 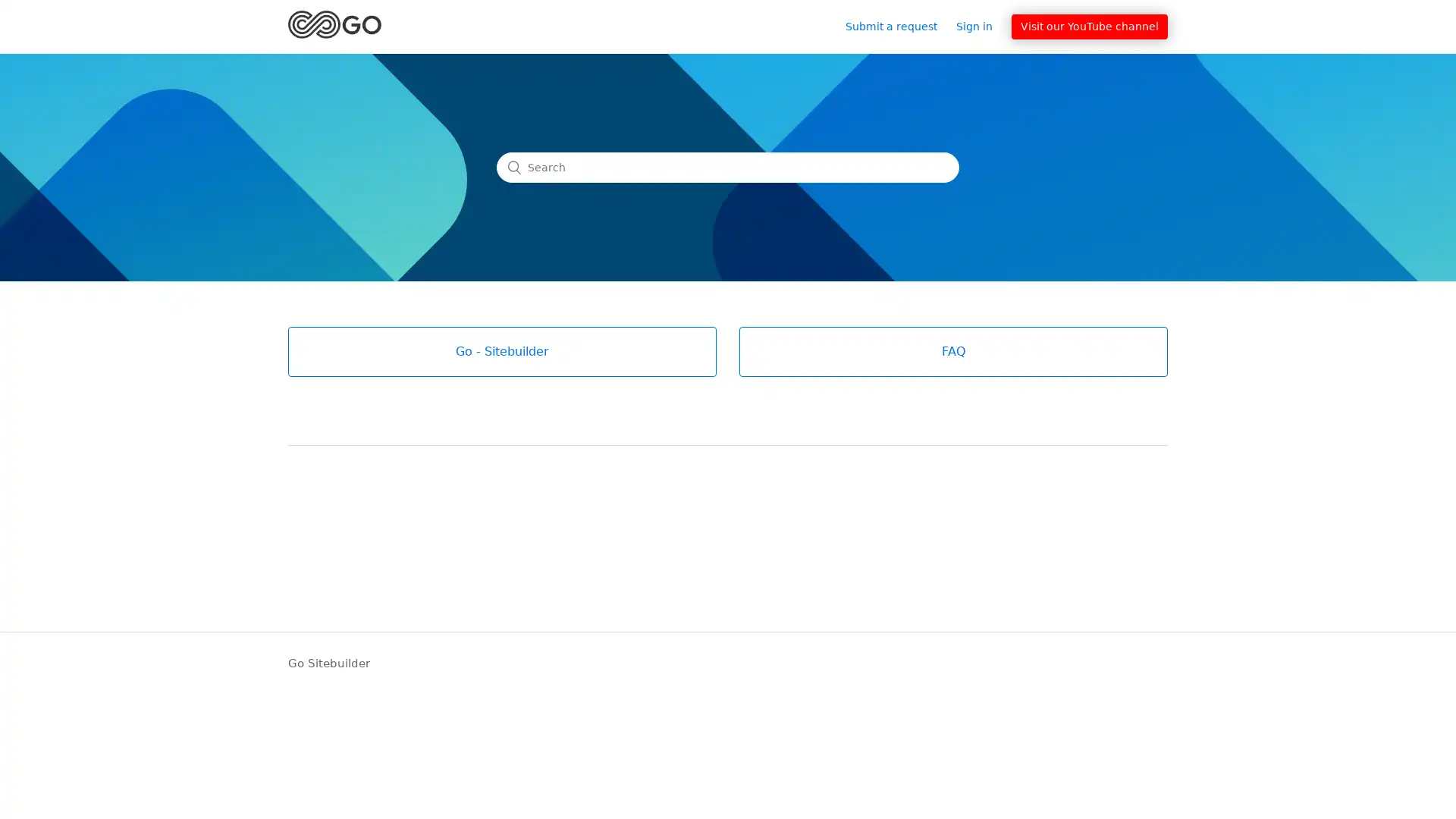 I want to click on Sign in, so click(x=982, y=26).